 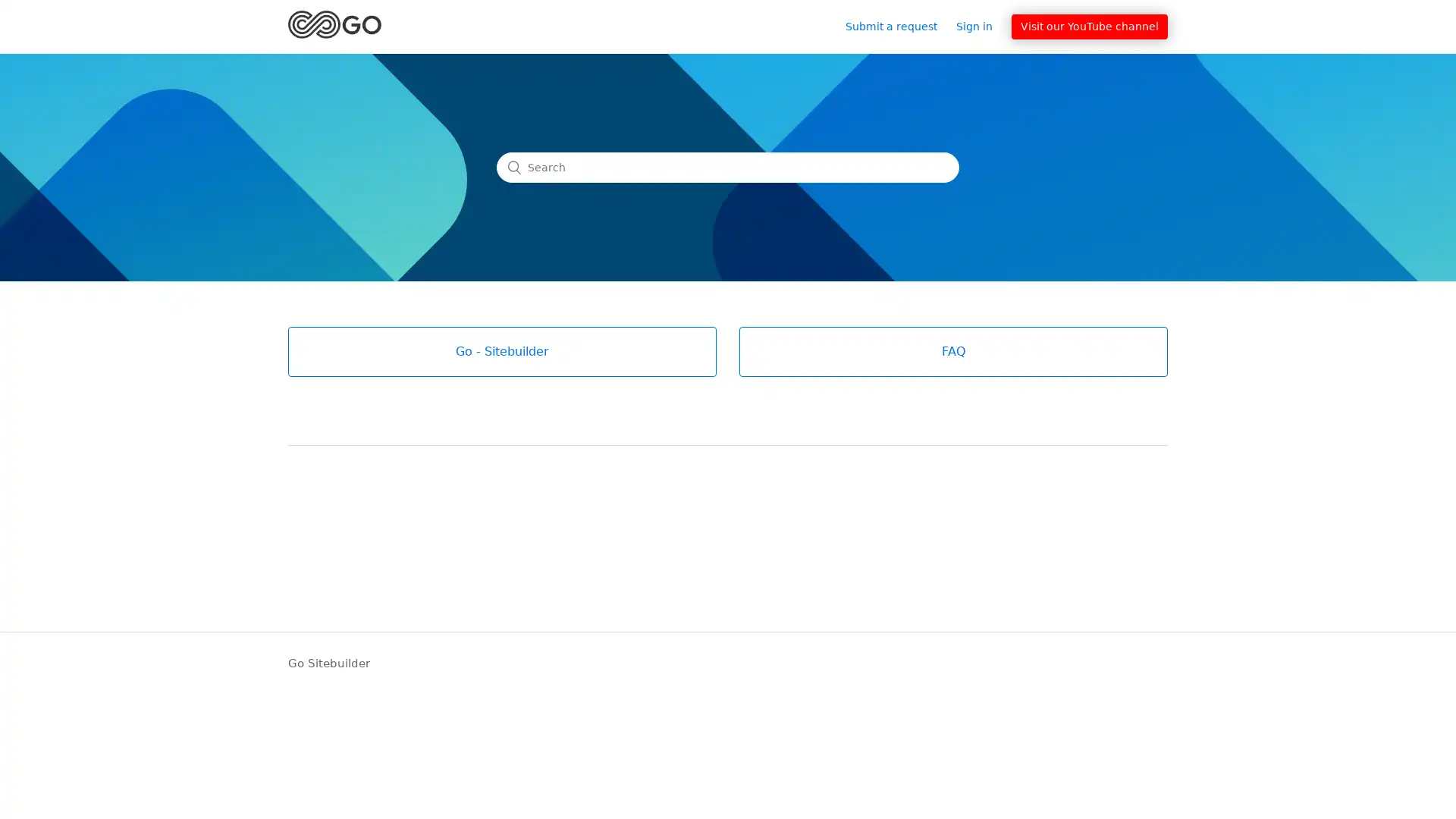 I want to click on Sign in, so click(x=982, y=26).